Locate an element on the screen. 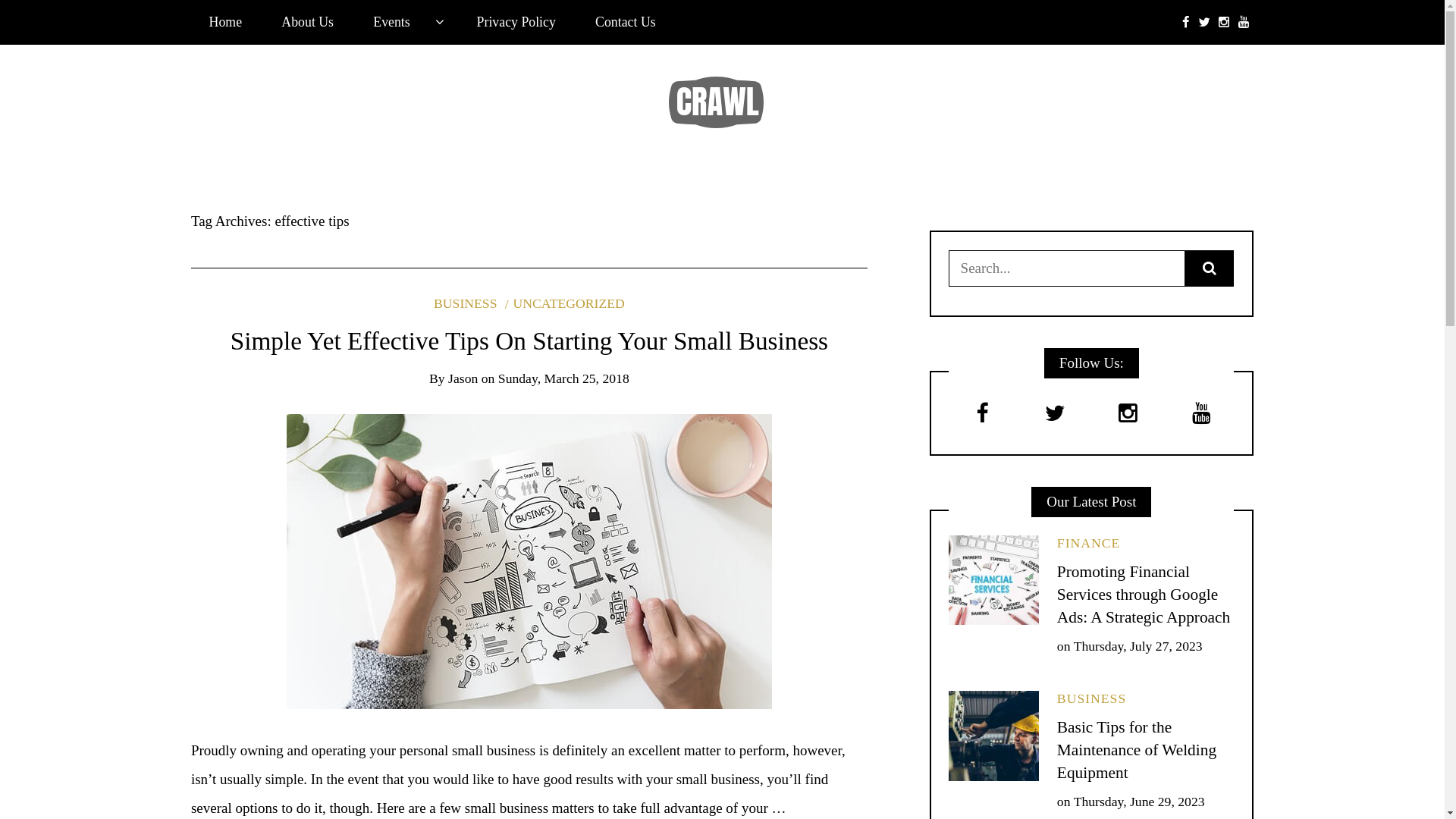 The height and width of the screenshot is (819, 1456). 'Contact Us' is located at coordinates (625, 22).